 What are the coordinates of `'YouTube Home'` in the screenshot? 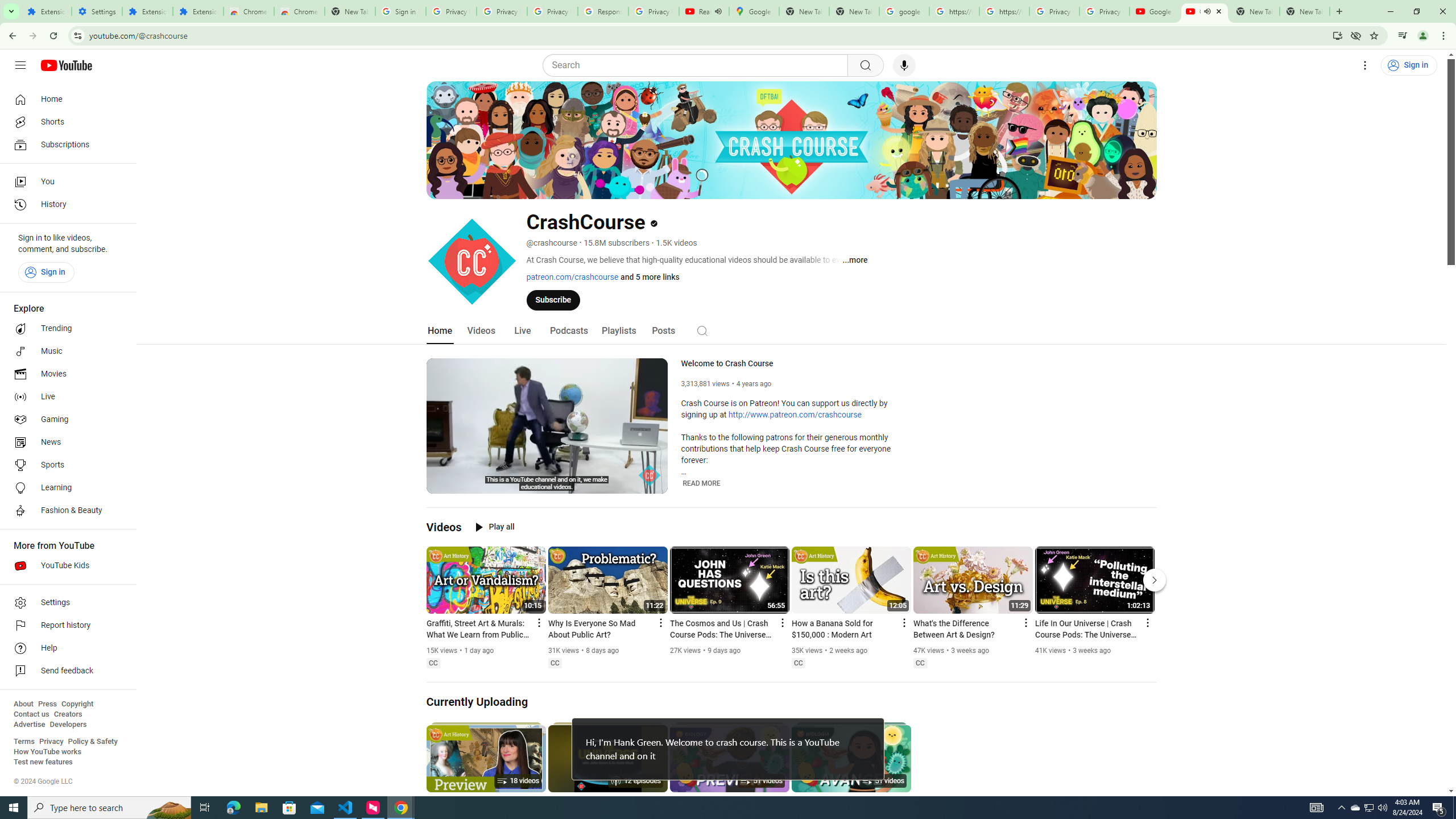 It's located at (65, 65).